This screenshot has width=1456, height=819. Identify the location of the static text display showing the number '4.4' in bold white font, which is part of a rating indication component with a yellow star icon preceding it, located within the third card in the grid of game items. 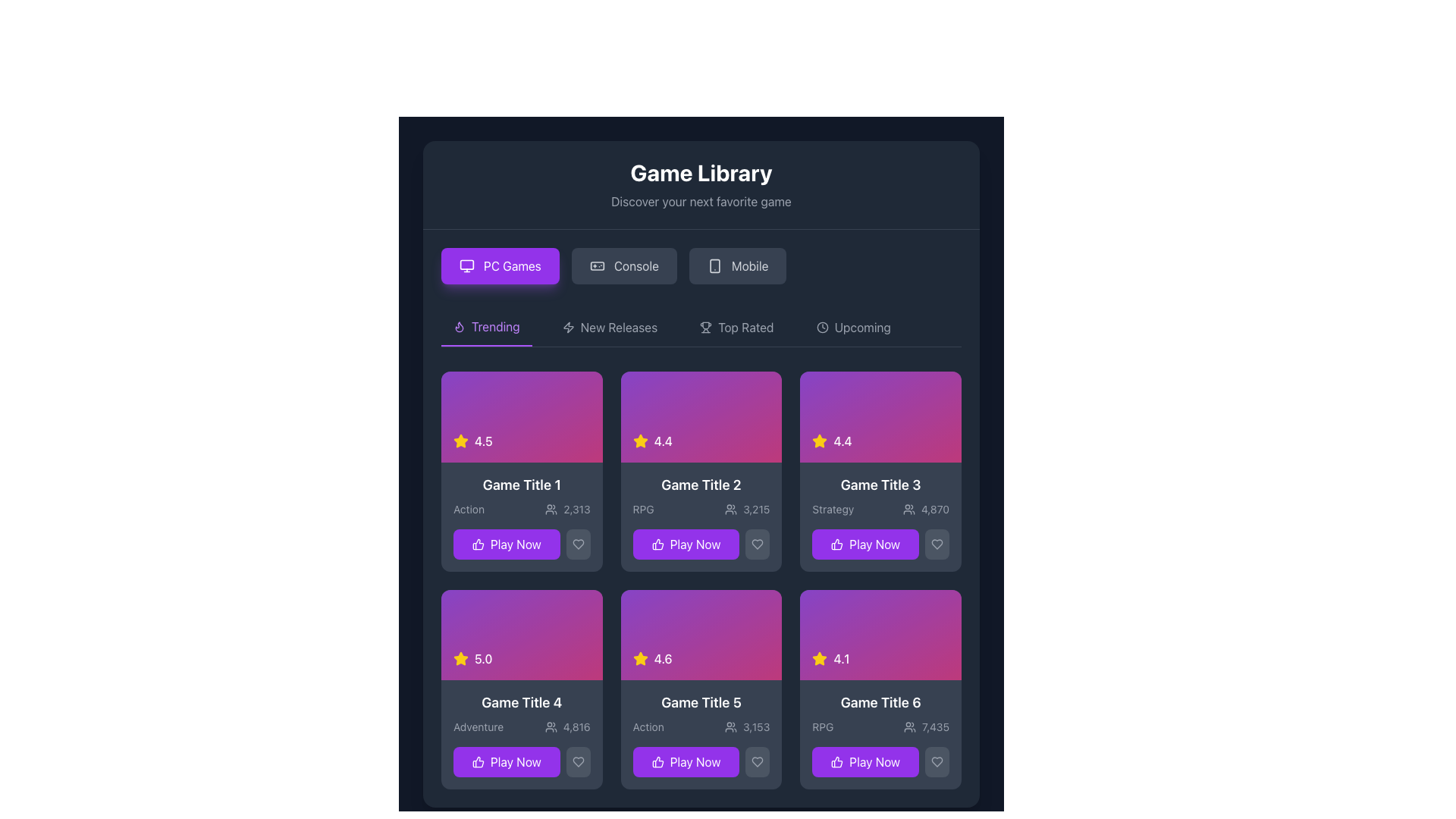
(842, 441).